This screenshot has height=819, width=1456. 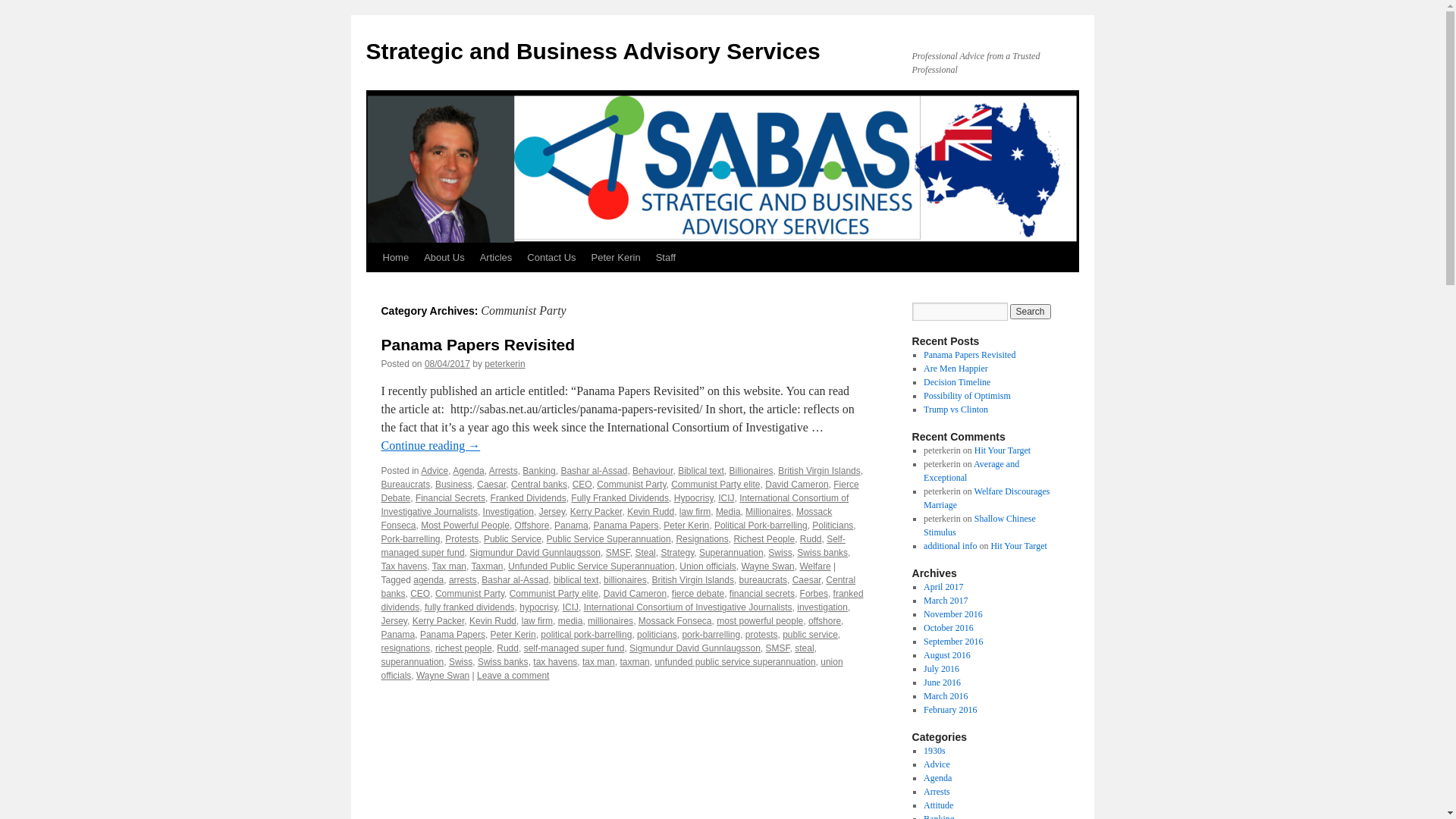 What do you see at coordinates (538, 470) in the screenshot?
I see `'Banking'` at bounding box center [538, 470].